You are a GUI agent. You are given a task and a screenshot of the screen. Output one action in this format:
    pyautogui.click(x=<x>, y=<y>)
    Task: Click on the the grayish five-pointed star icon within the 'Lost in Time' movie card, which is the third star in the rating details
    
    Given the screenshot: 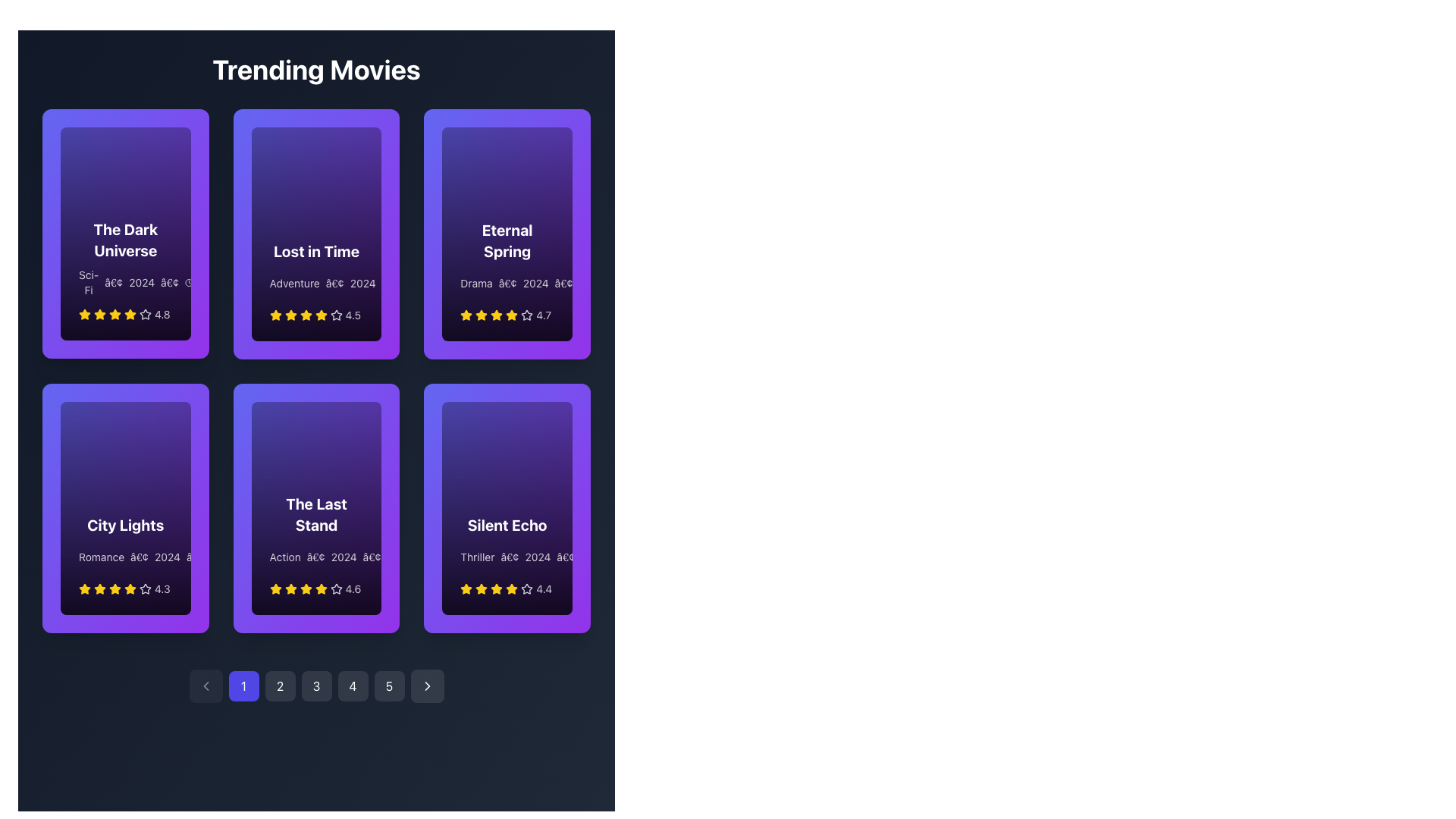 What is the action you would take?
    pyautogui.click(x=335, y=314)
    